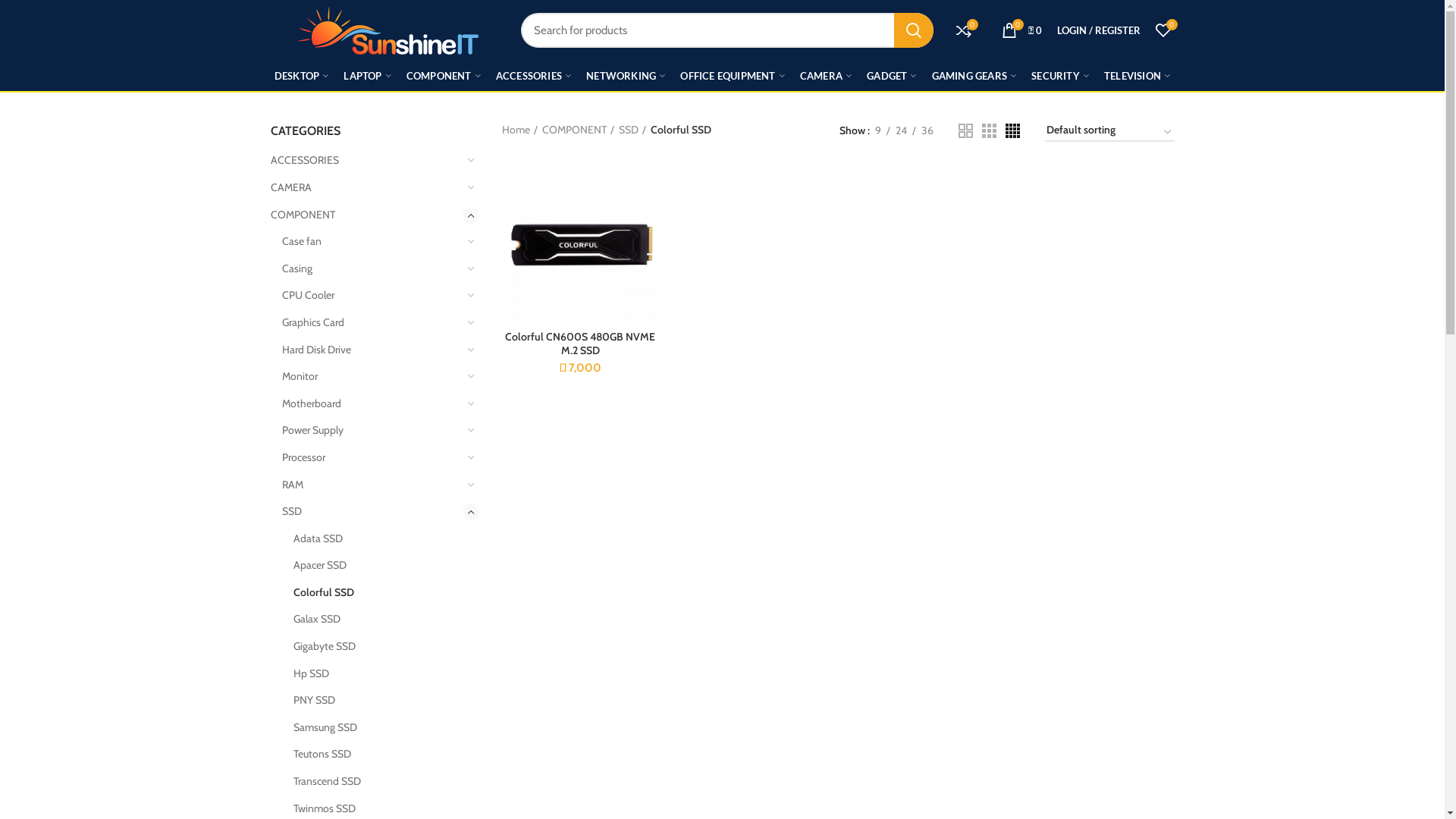 The image size is (1456, 819). Describe the element at coordinates (371, 268) in the screenshot. I see `'Casing'` at that location.